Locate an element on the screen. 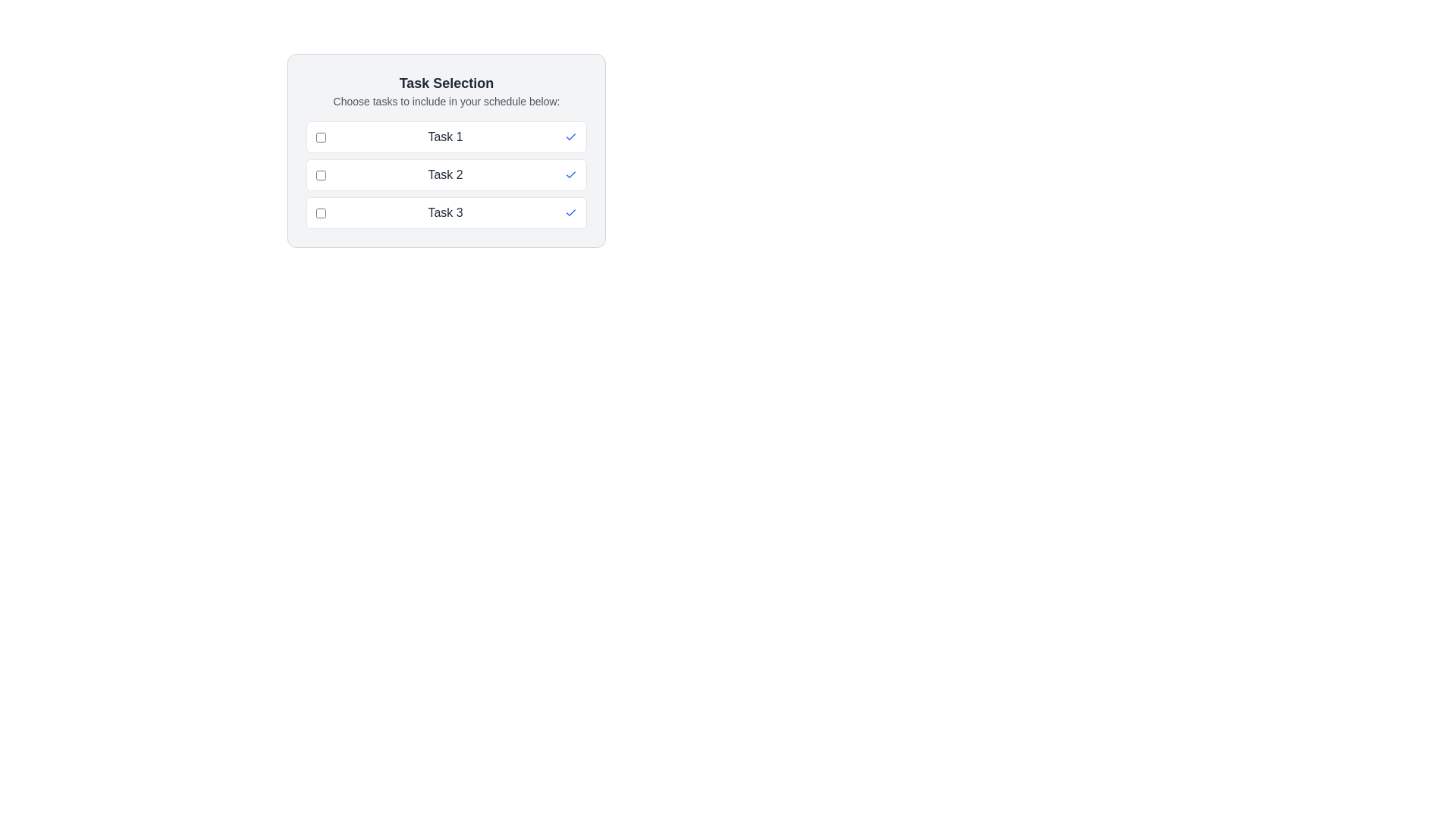 The width and height of the screenshot is (1456, 819). text content of the Text label displaying 'Task 3', which is centrally positioned in the third row of a checklist interface is located at coordinates (444, 213).